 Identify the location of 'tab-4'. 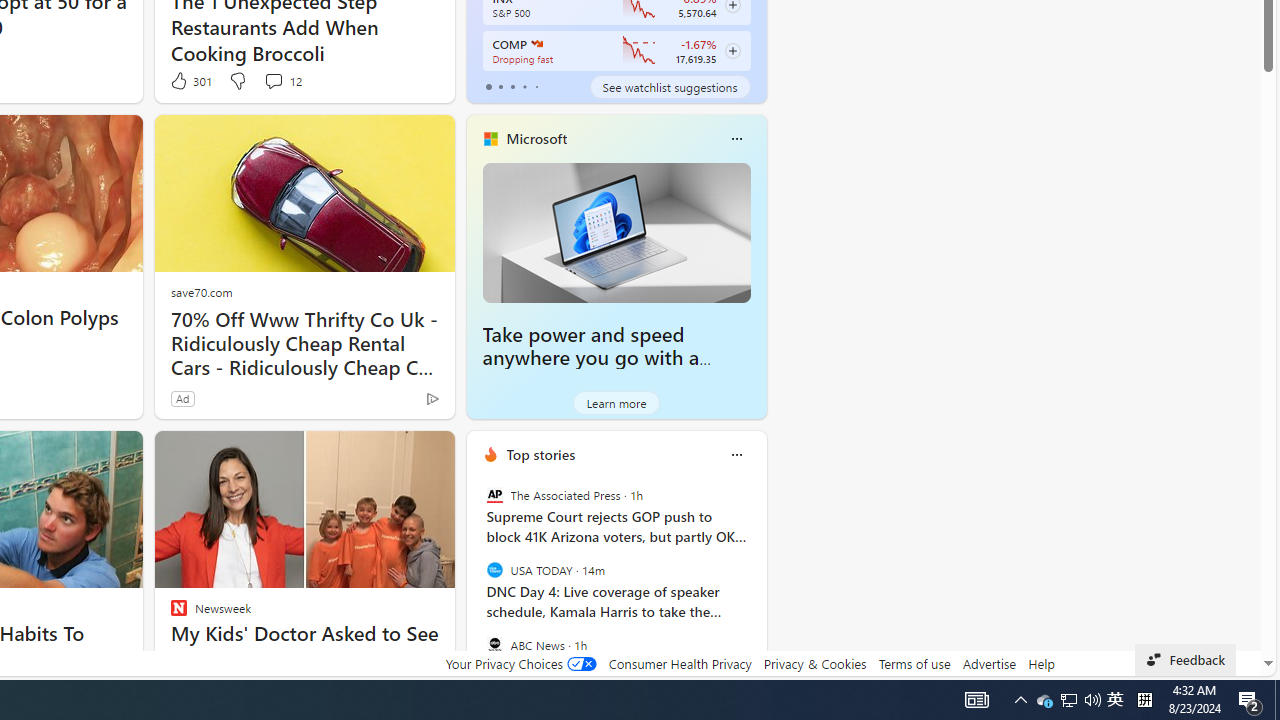
(536, 86).